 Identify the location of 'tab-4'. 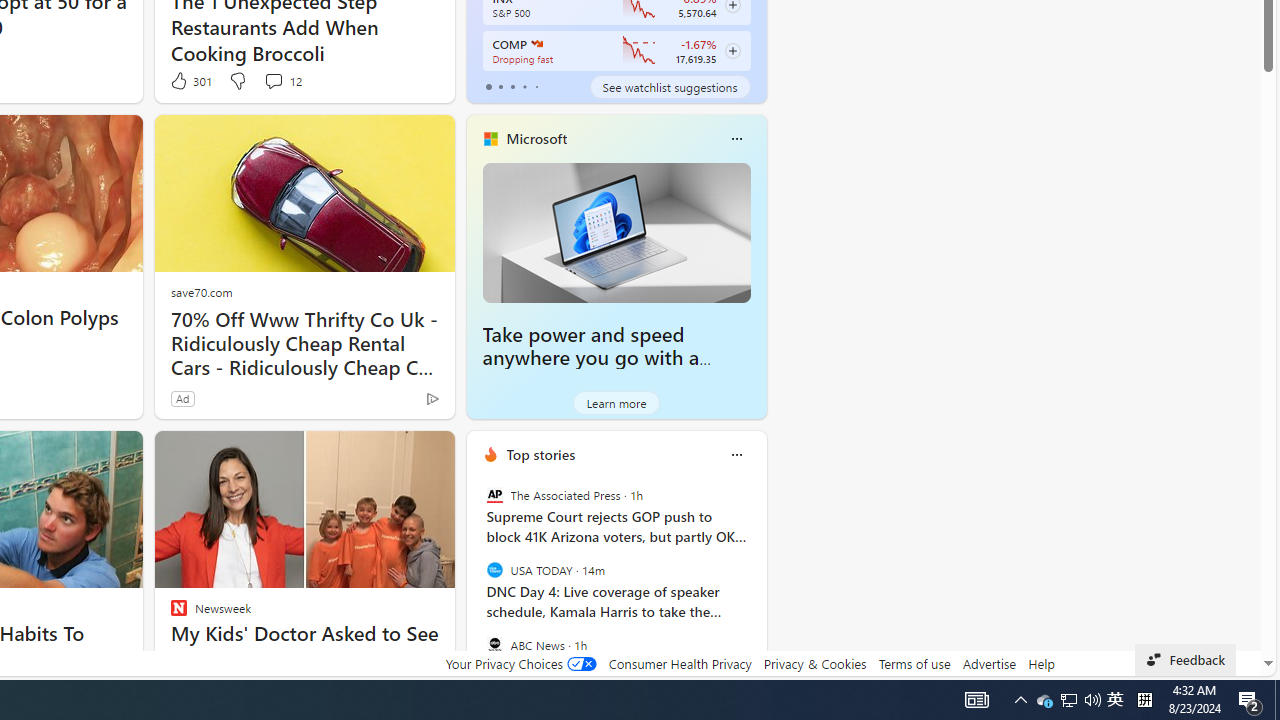
(536, 86).